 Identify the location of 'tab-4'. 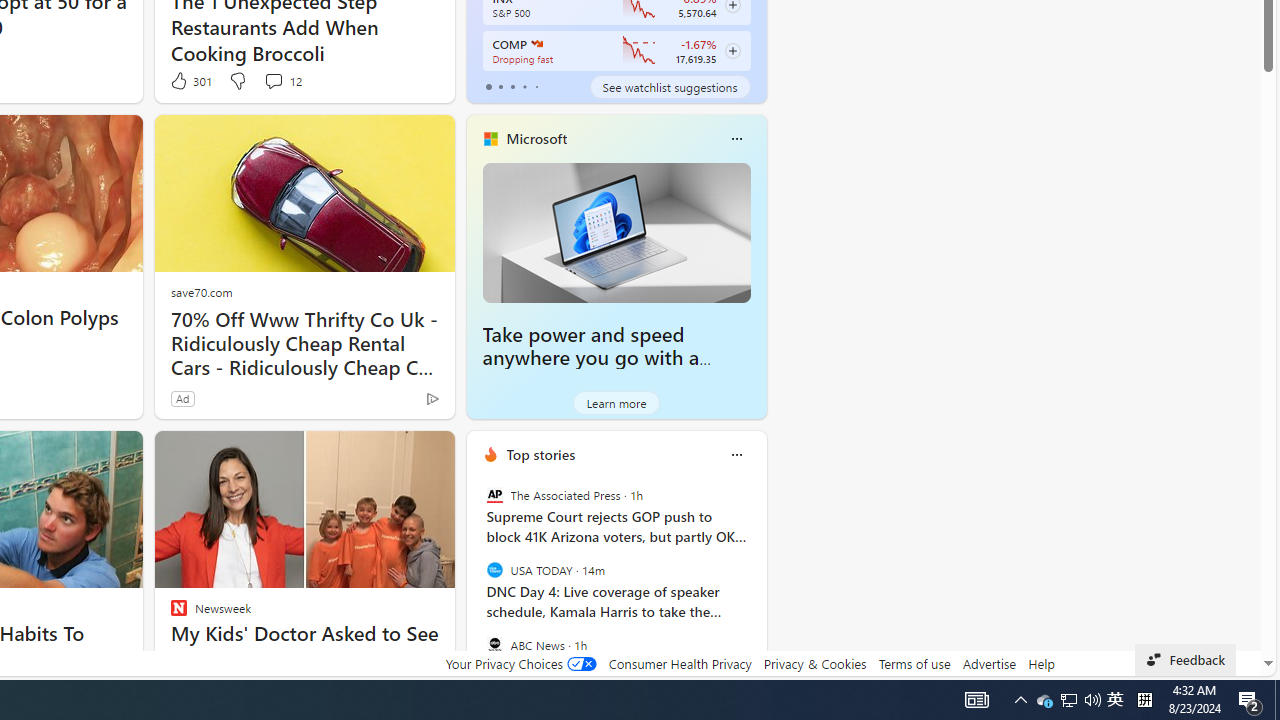
(536, 86).